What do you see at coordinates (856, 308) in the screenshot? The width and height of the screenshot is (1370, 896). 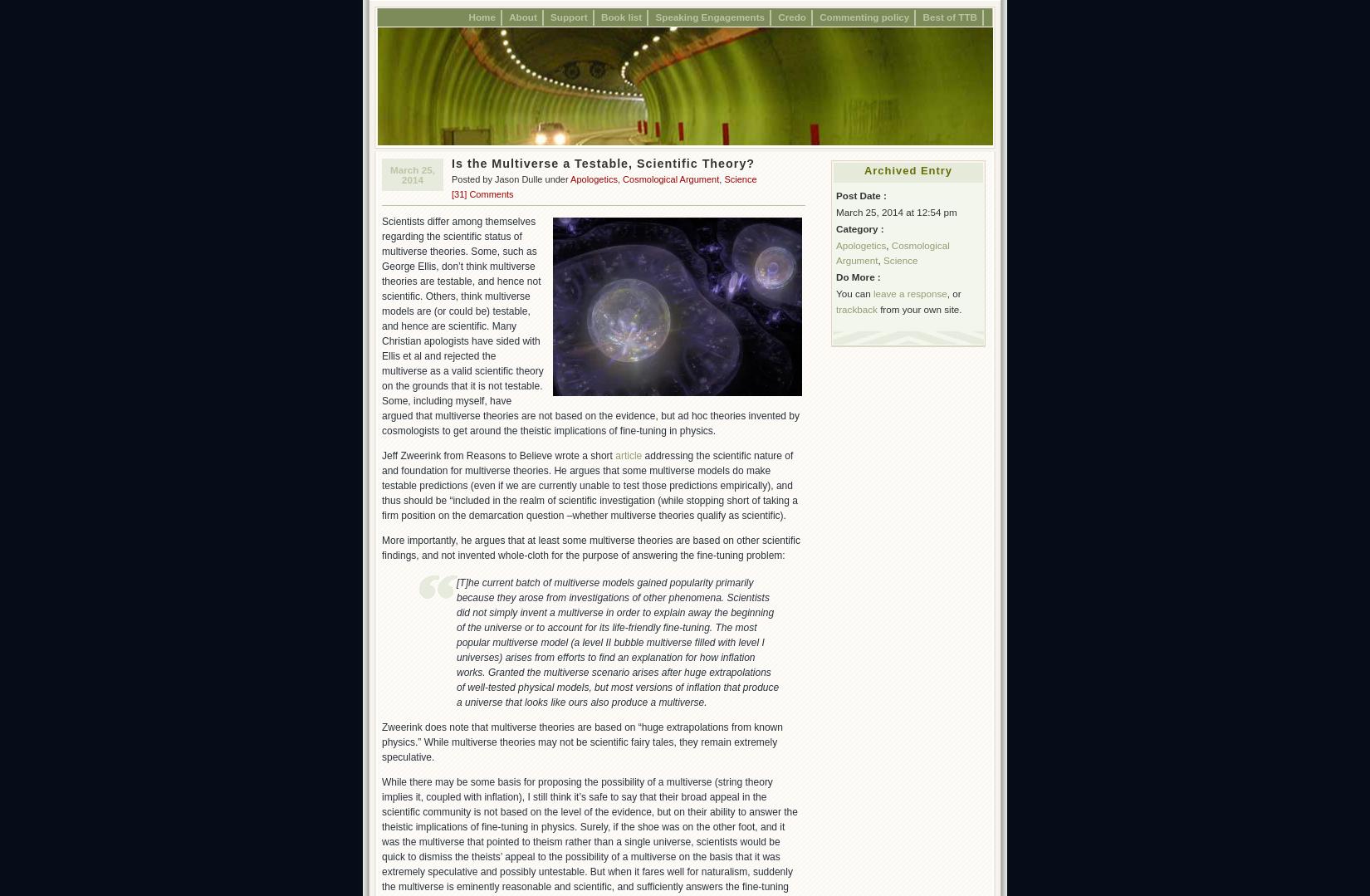 I see `'trackback'` at bounding box center [856, 308].